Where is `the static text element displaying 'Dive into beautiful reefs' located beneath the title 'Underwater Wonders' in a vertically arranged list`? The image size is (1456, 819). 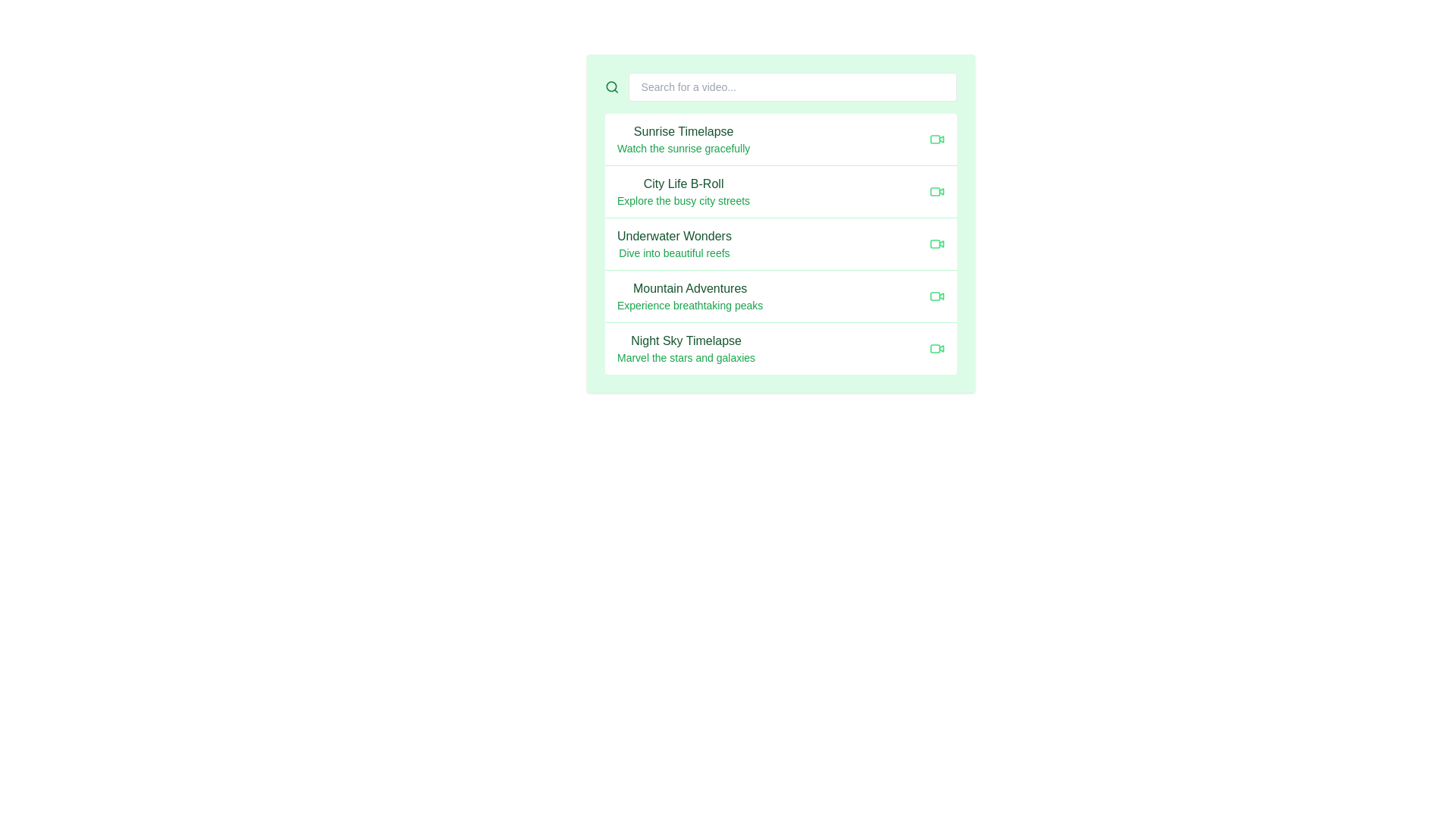 the static text element displaying 'Dive into beautiful reefs' located beneath the title 'Underwater Wonders' in a vertically arranged list is located at coordinates (673, 253).